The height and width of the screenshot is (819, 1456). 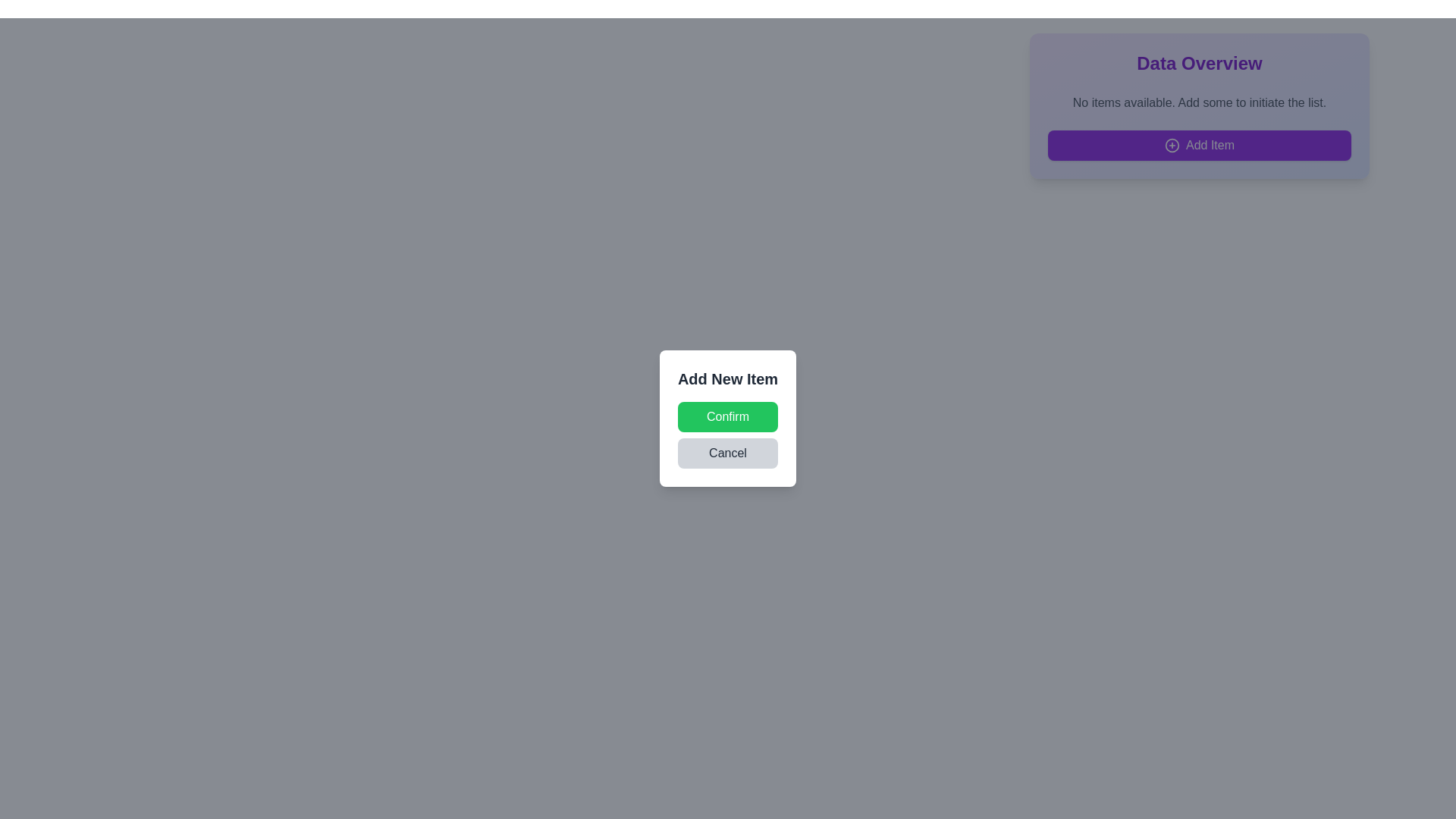 I want to click on the center of the circular '+' icon located to the left of the 'Add Item' text button in the top-right quadrant, so click(x=1171, y=146).